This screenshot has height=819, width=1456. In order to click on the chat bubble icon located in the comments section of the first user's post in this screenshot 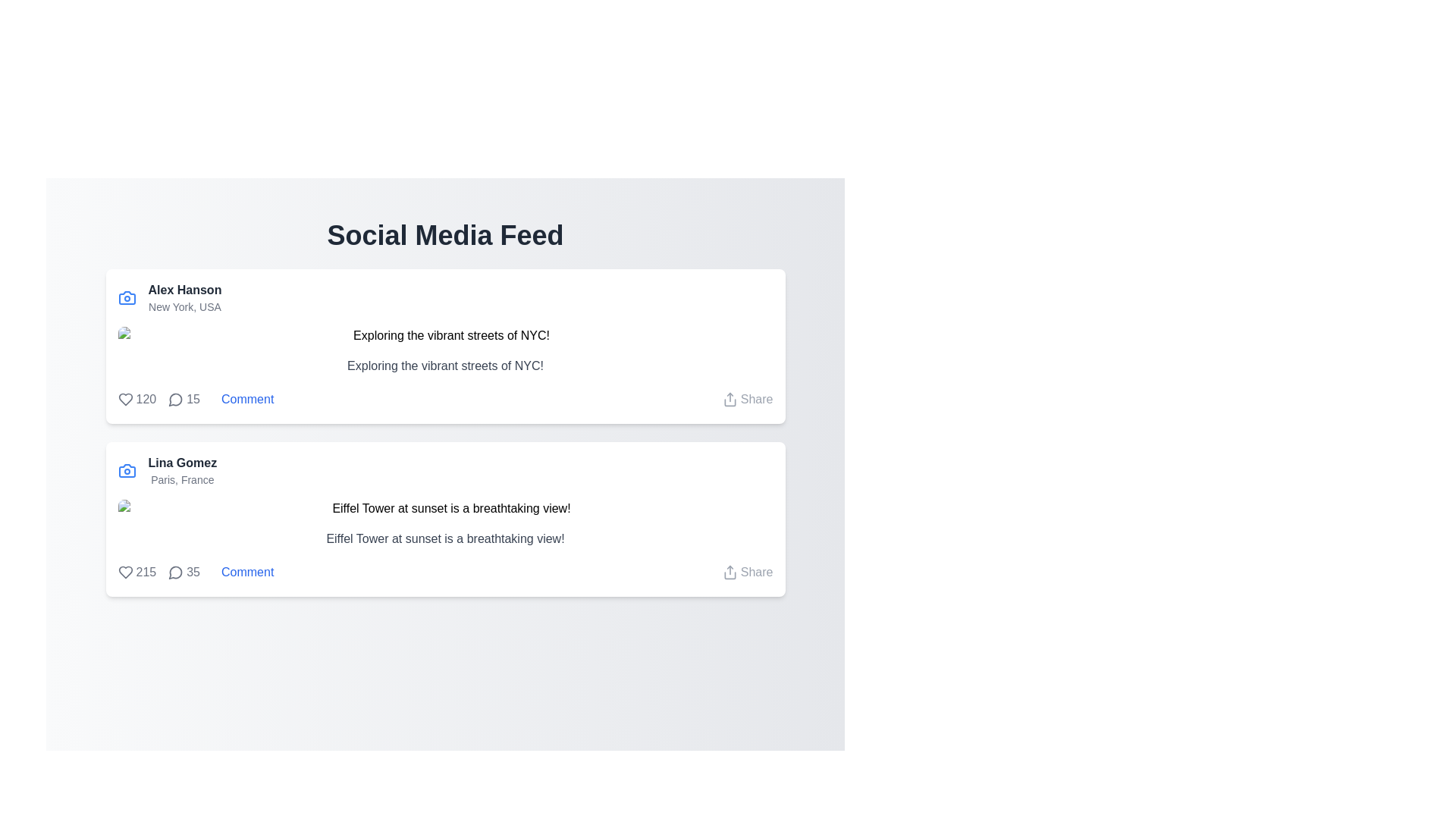, I will do `click(175, 399)`.